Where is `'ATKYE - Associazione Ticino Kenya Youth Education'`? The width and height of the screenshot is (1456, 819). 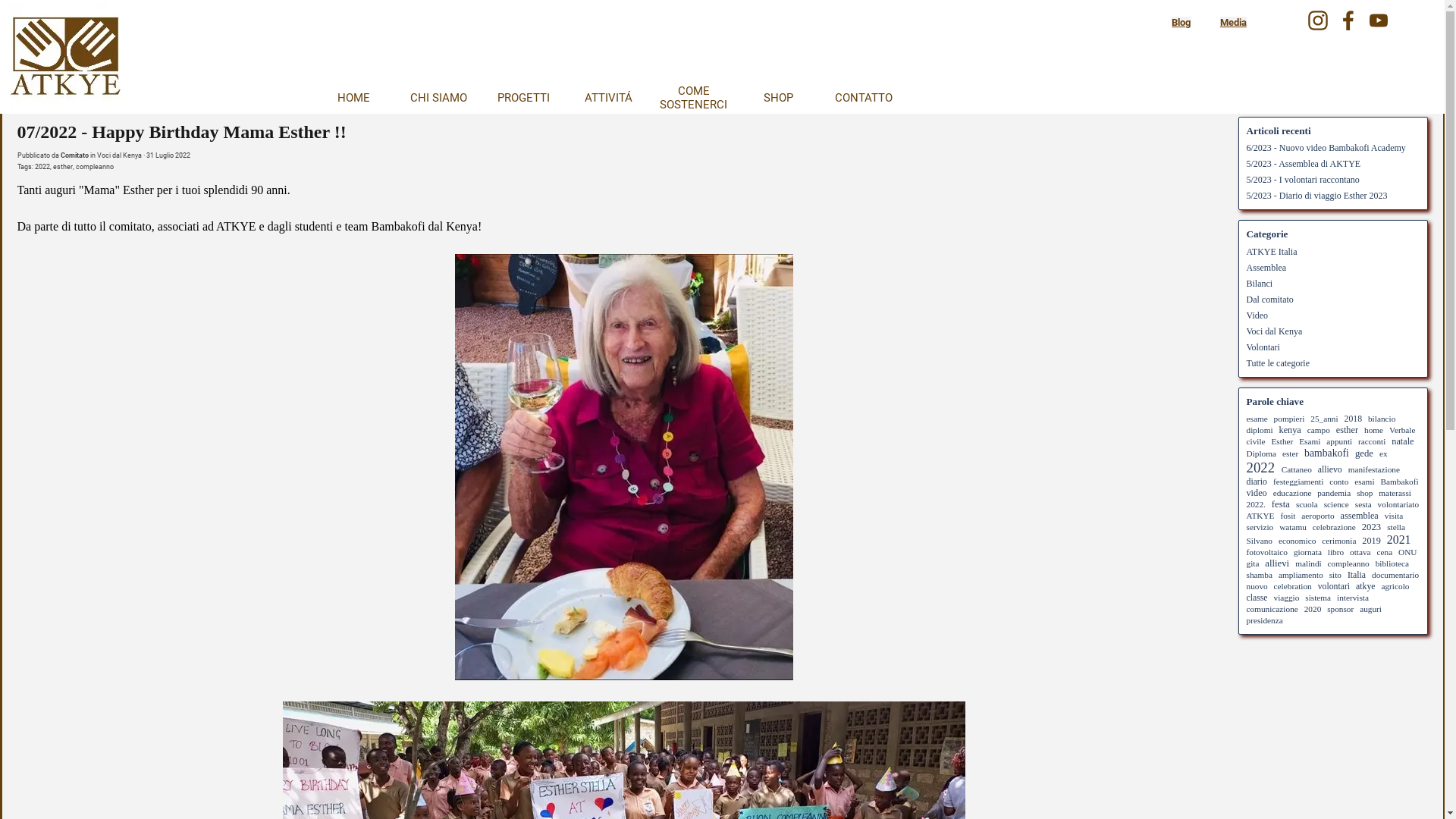 'ATKYE - Associazione Ticino Kenya Youth Education' is located at coordinates (64, 58).